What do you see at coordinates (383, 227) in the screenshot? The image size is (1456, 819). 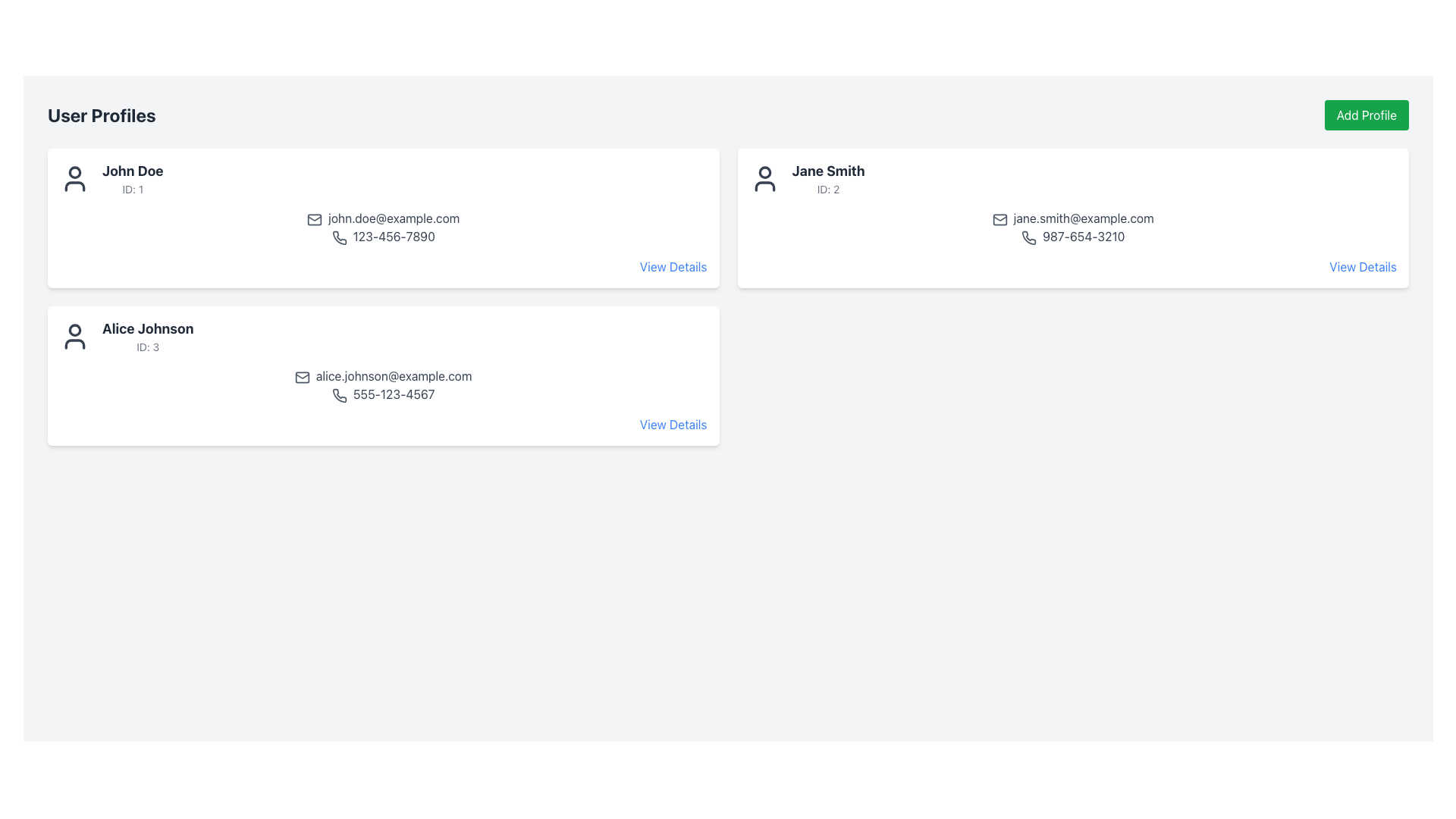 I see `the contact information text and icon representation located in the first profile card under the name 'John Doe' to initiate potential interactions via email or phone number` at bounding box center [383, 227].